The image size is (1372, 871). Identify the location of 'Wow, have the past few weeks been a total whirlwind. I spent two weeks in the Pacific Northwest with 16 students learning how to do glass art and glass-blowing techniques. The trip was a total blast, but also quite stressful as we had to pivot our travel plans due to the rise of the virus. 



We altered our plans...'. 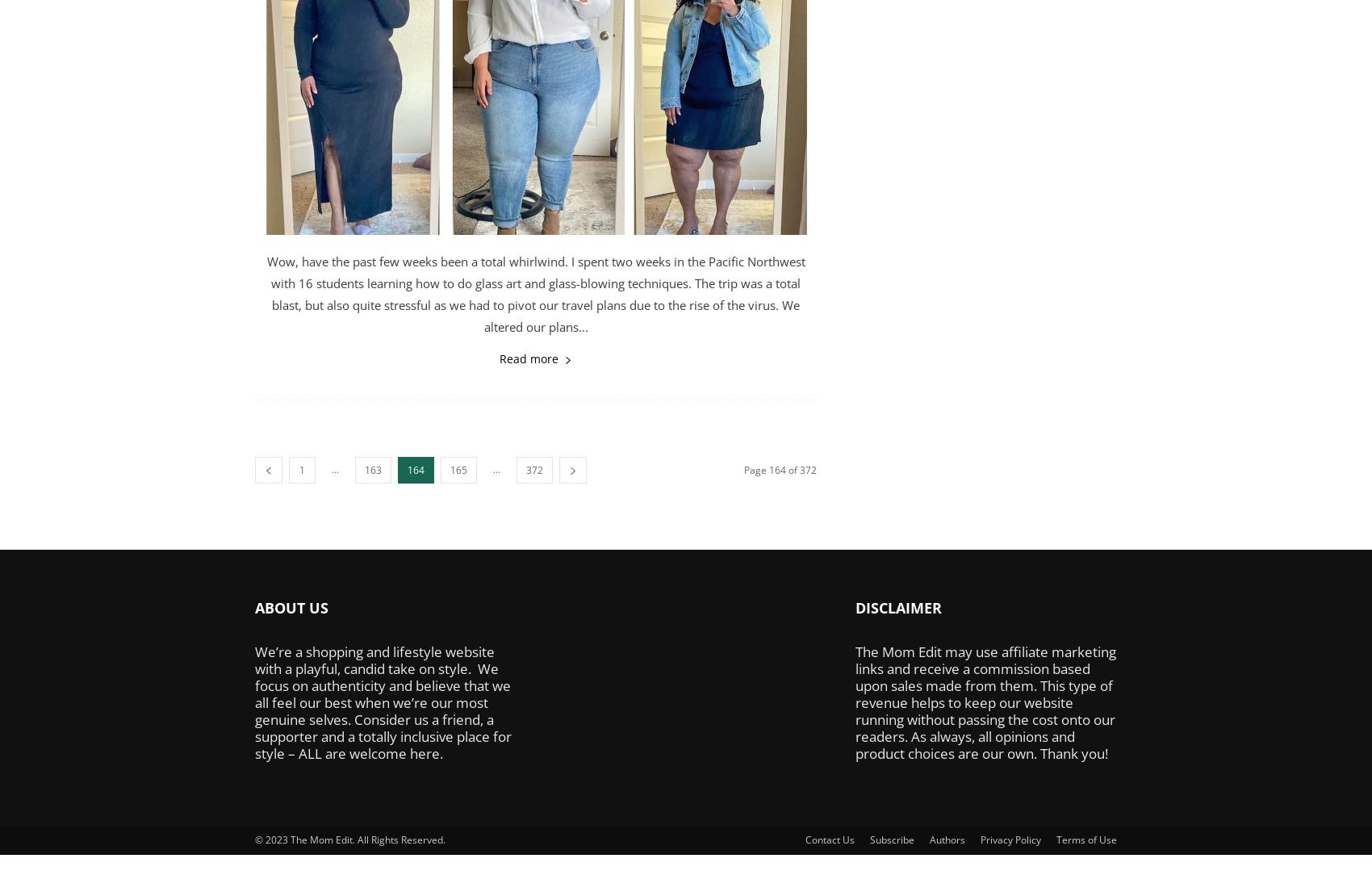
(535, 294).